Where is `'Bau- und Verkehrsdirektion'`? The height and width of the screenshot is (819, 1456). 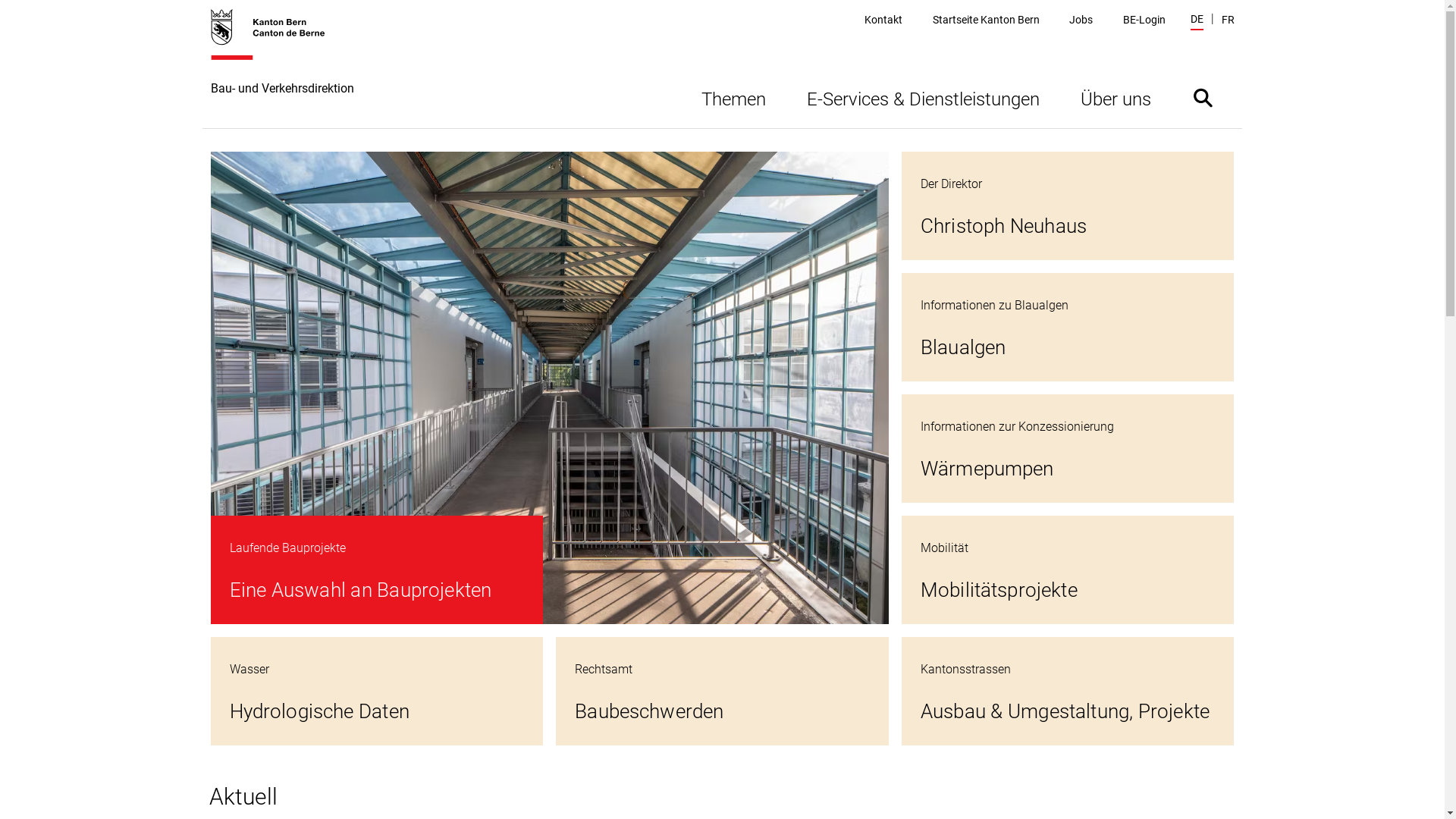
'Bau- und Verkehrsdirektion' is located at coordinates (282, 67).